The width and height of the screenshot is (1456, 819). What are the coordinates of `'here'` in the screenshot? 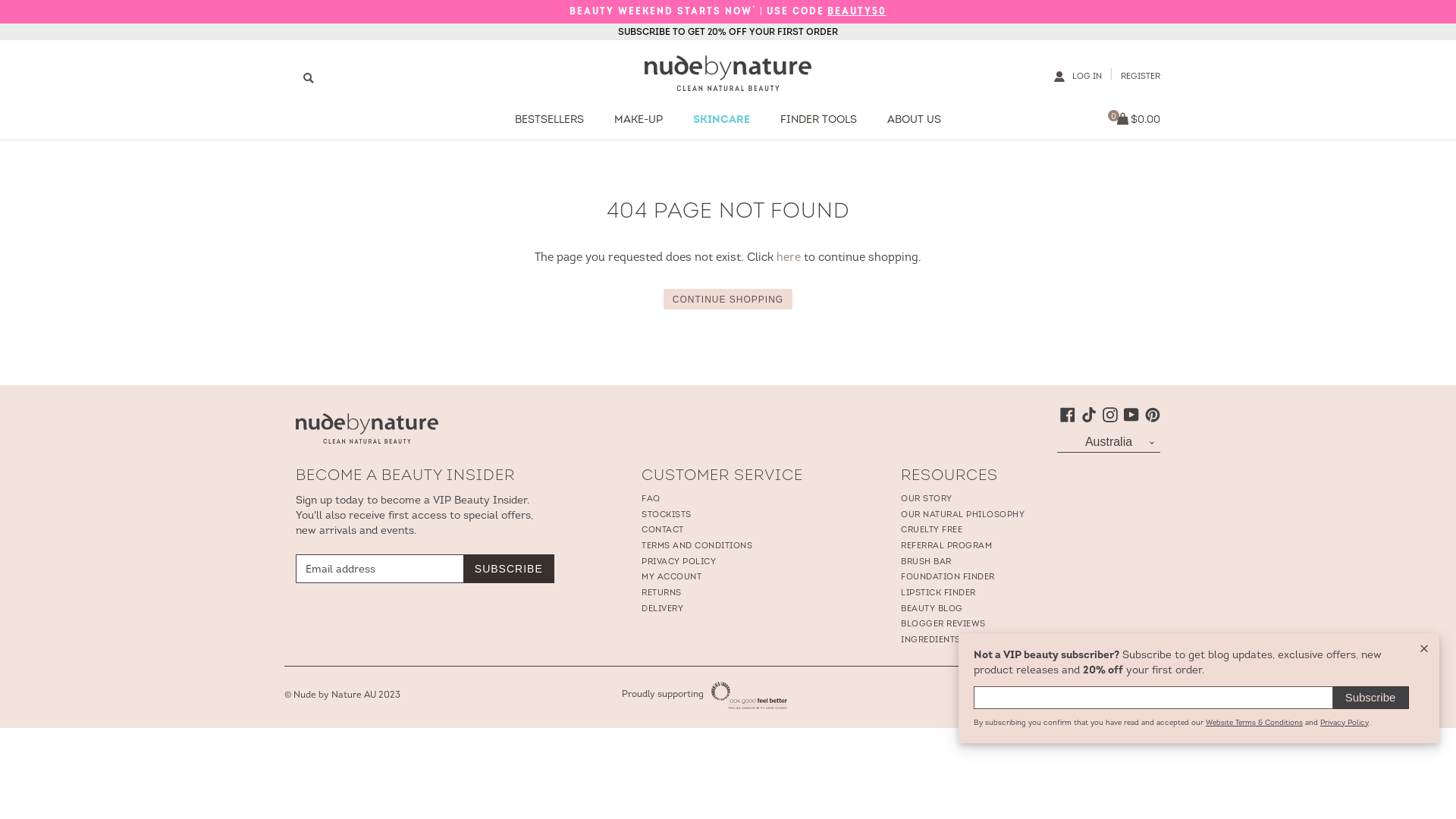 It's located at (789, 257).